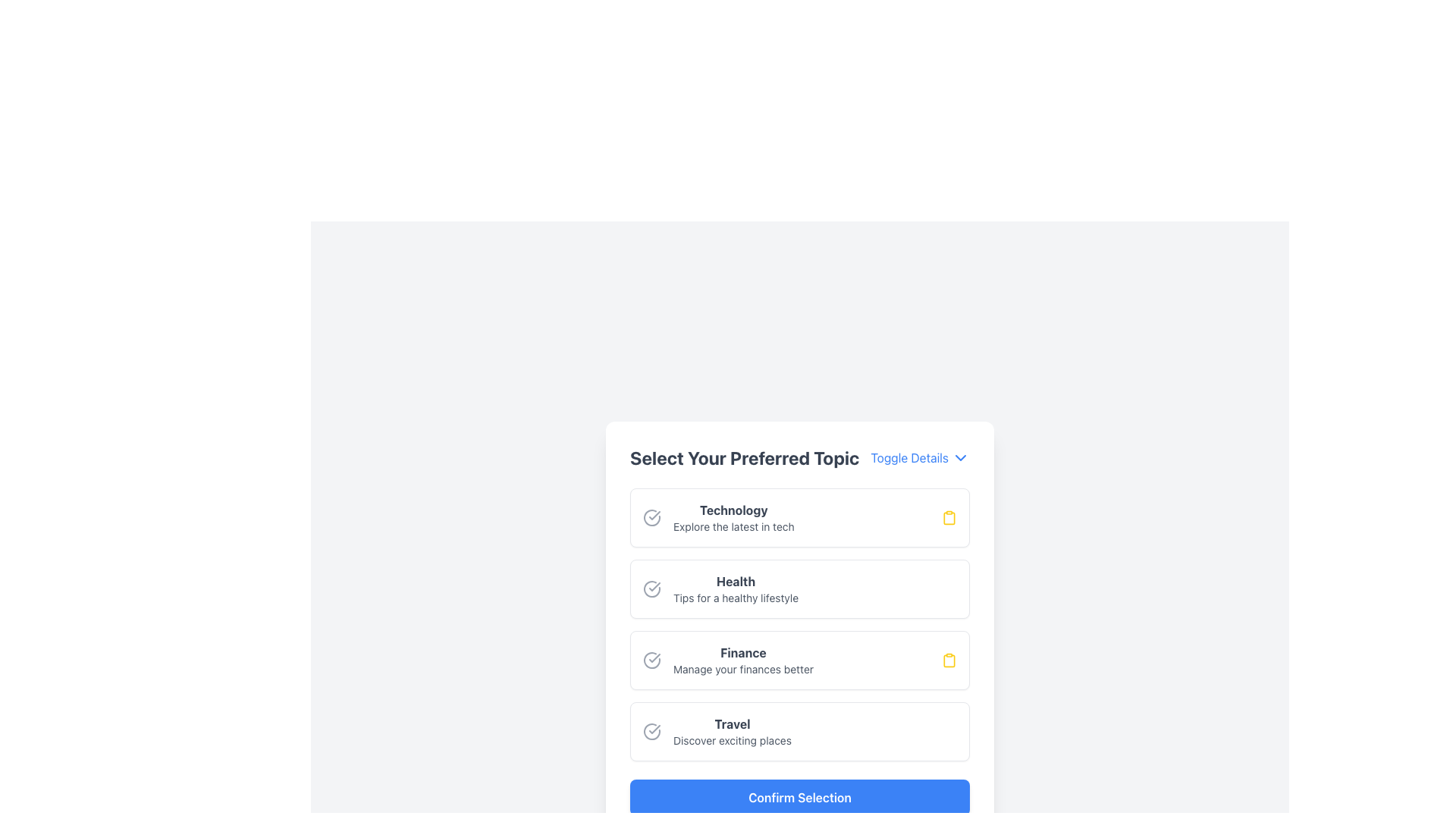 The image size is (1456, 819). I want to click on the last selectable list item labeled 'Travel', which is positioned below the 'Finance' item in a card interface, so click(799, 730).